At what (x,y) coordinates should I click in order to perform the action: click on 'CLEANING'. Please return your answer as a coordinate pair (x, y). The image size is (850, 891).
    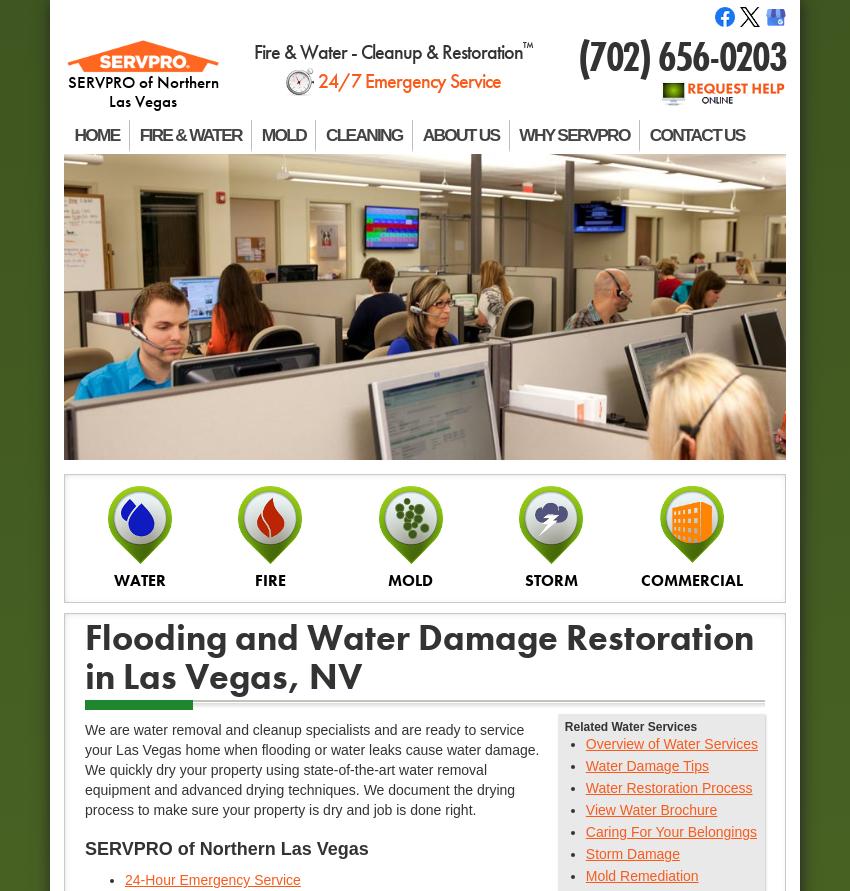
    Looking at the image, I should click on (362, 133).